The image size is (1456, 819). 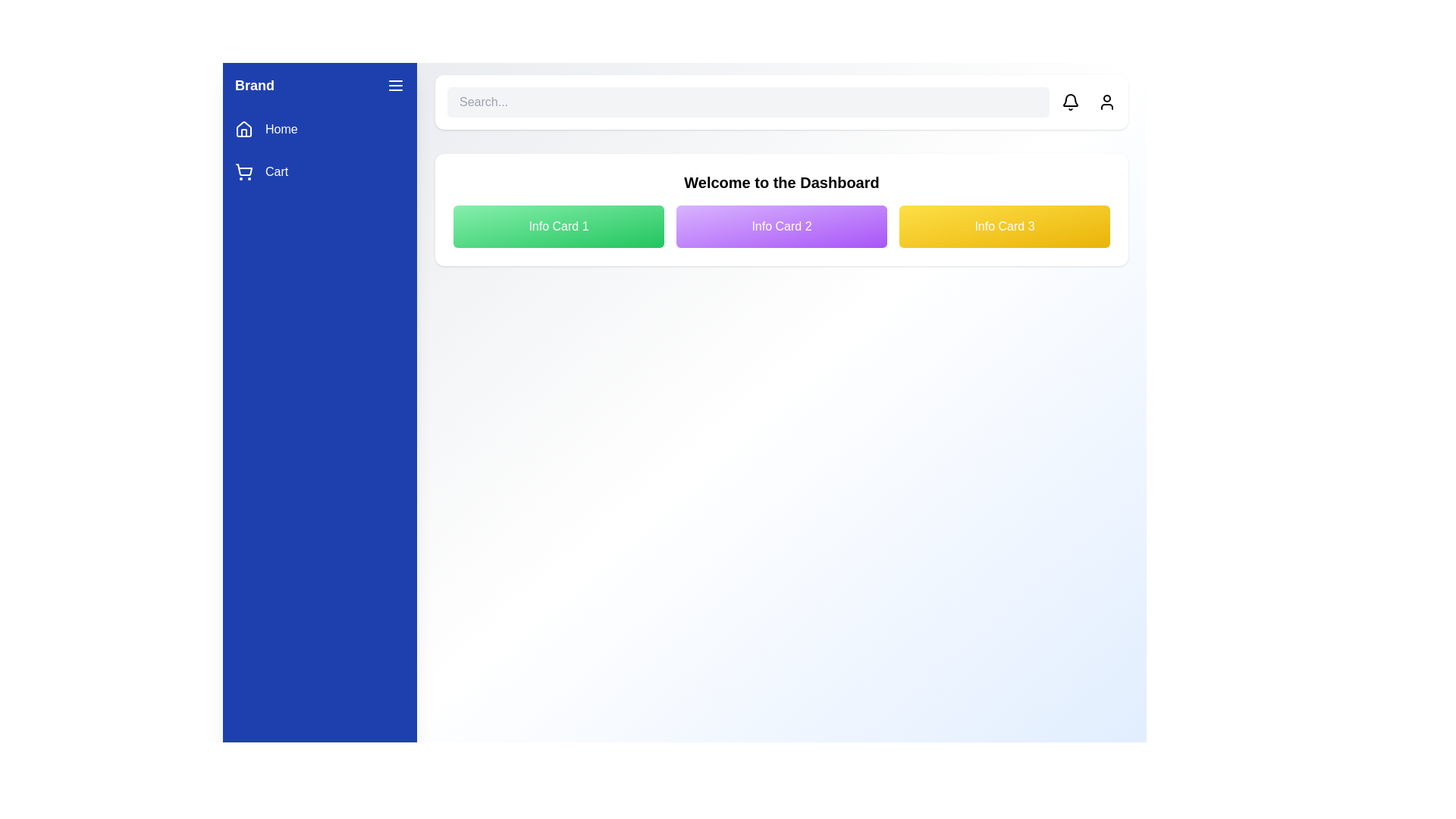 What do you see at coordinates (1069, 102) in the screenshot?
I see `the bell icon to access notifications` at bounding box center [1069, 102].